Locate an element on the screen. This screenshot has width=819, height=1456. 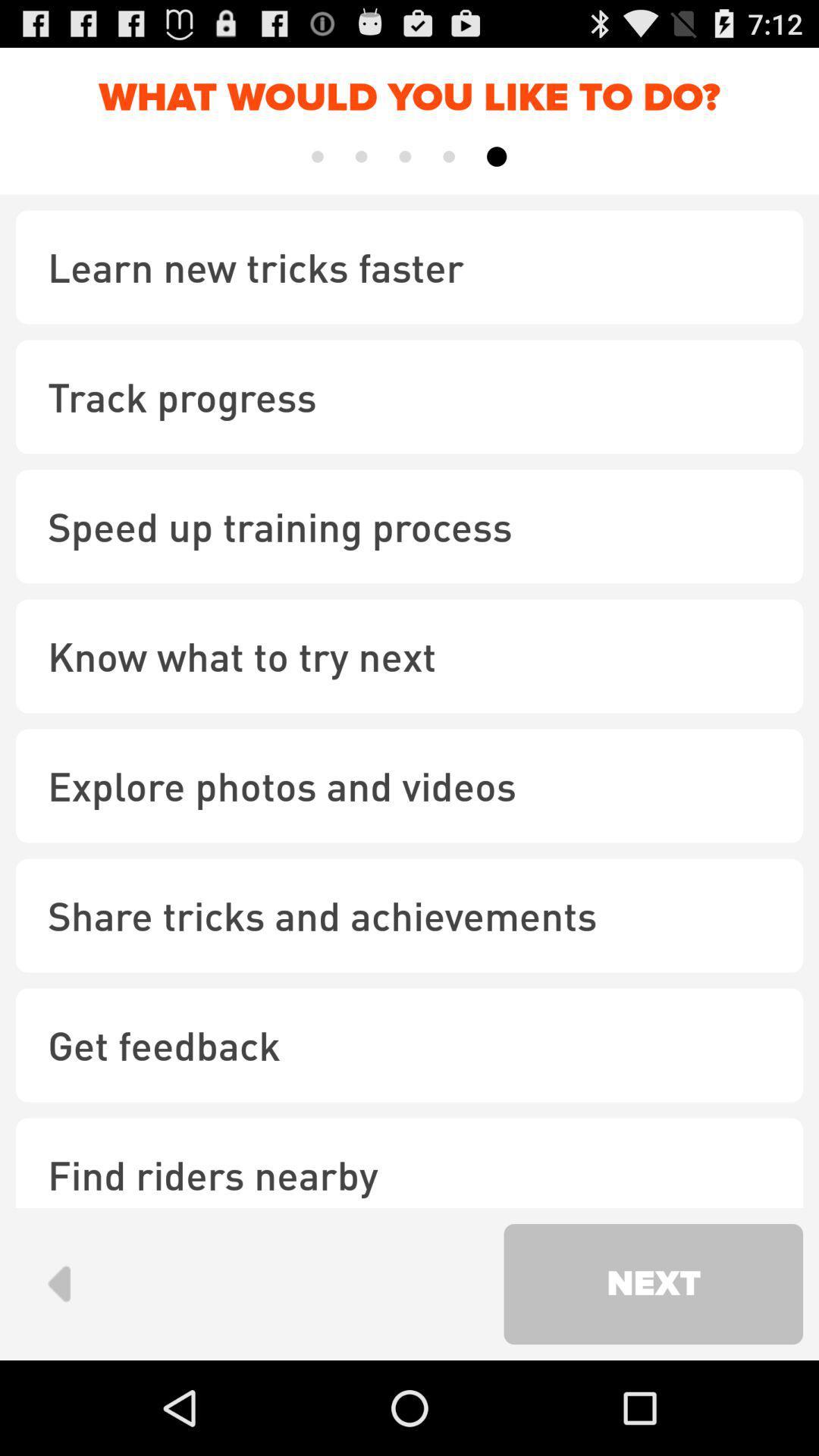
the icon to the left of the next item is located at coordinates (58, 1283).